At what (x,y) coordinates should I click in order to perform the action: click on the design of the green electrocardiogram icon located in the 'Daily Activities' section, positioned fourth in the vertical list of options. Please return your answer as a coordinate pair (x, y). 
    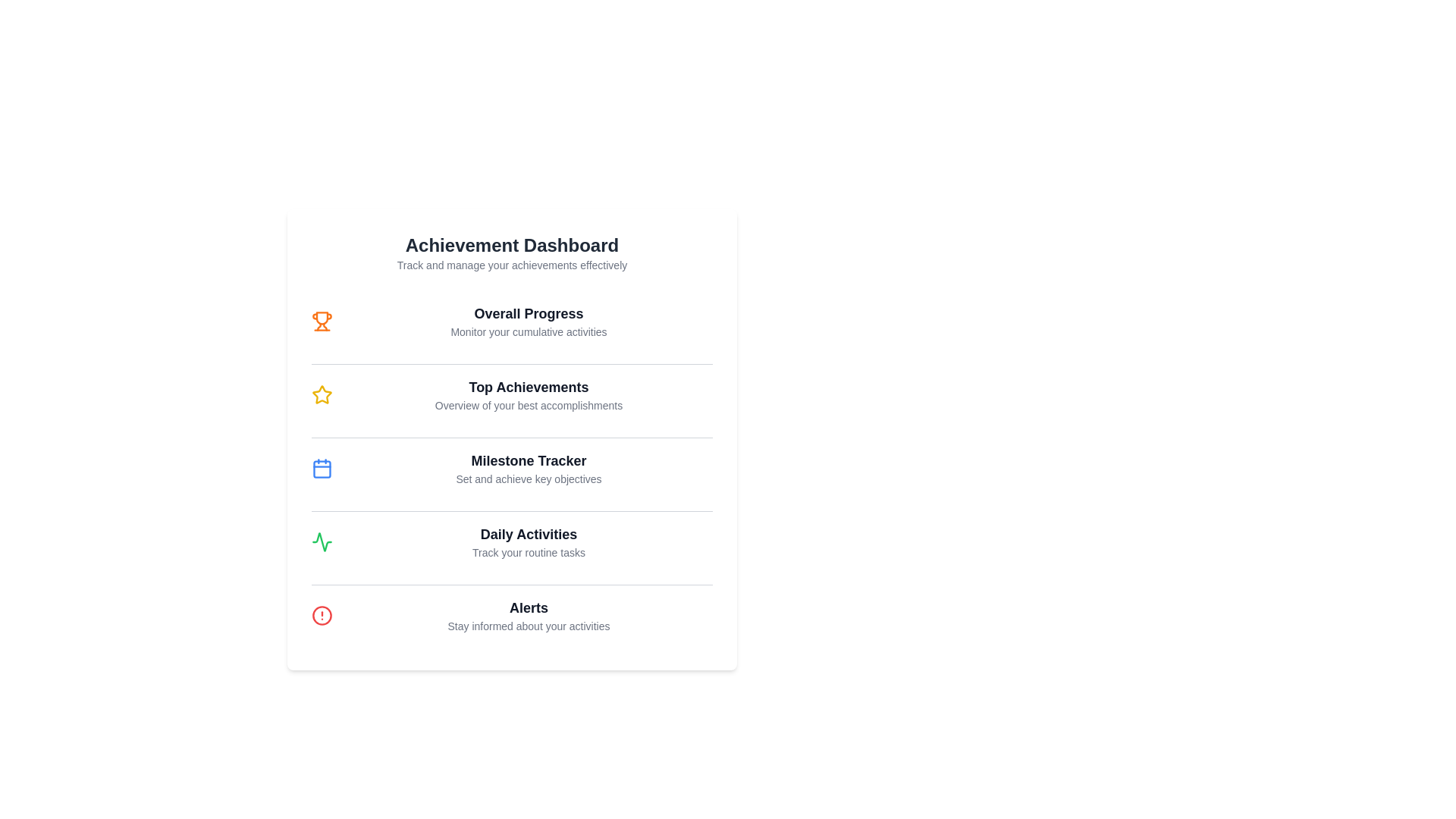
    Looking at the image, I should click on (322, 541).